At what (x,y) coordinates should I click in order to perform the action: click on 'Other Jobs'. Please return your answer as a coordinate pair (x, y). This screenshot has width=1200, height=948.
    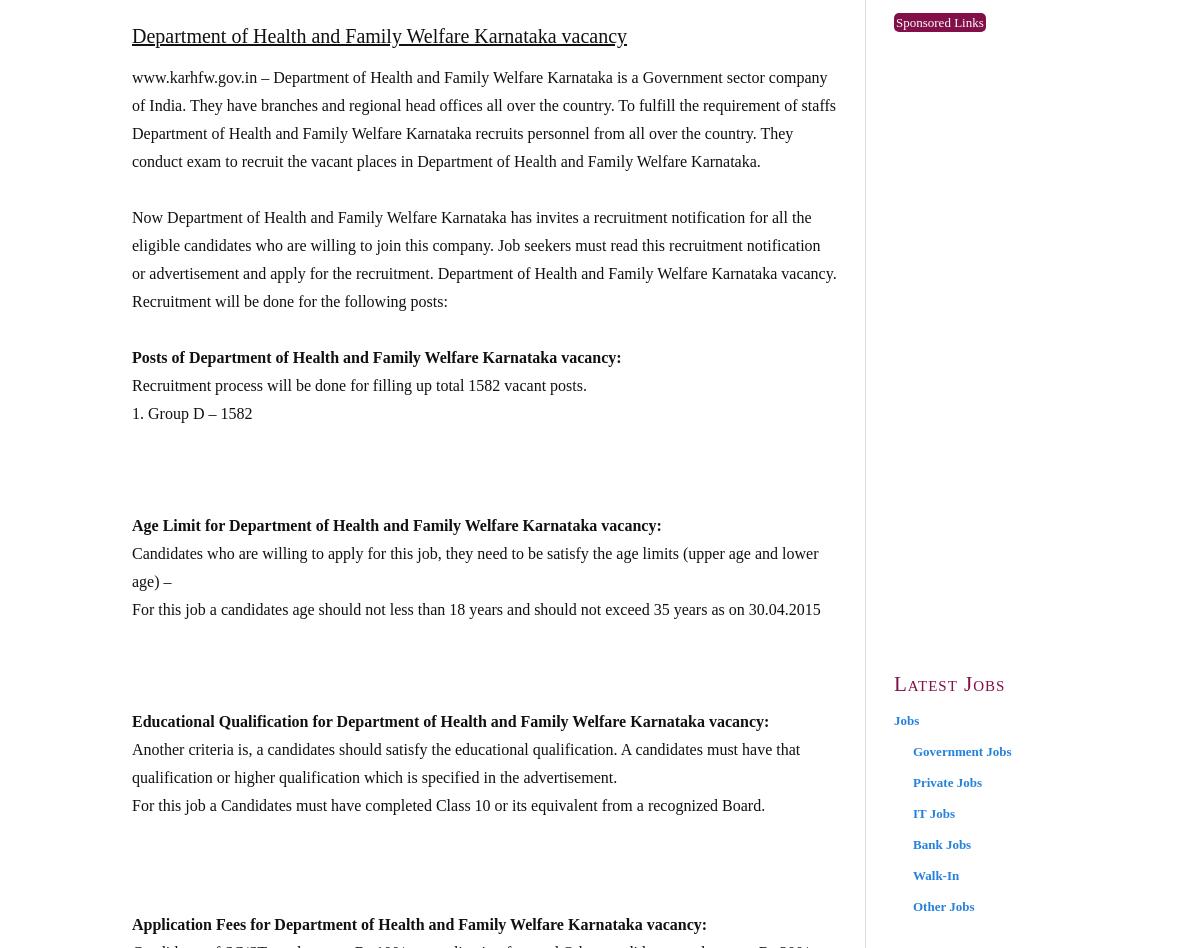
    Looking at the image, I should click on (943, 905).